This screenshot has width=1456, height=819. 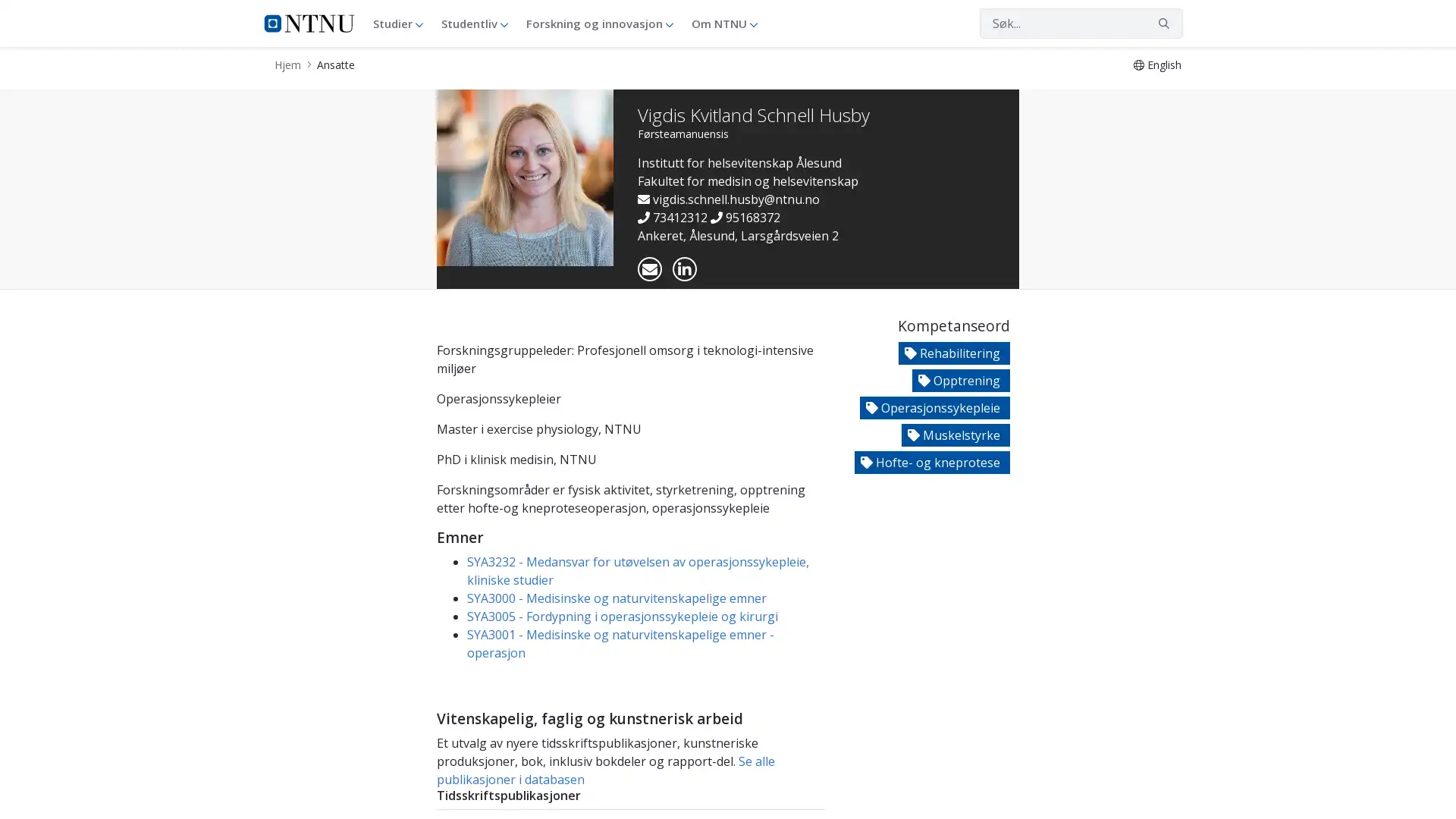 What do you see at coordinates (1163, 23) in the screenshot?
I see `Submit` at bounding box center [1163, 23].